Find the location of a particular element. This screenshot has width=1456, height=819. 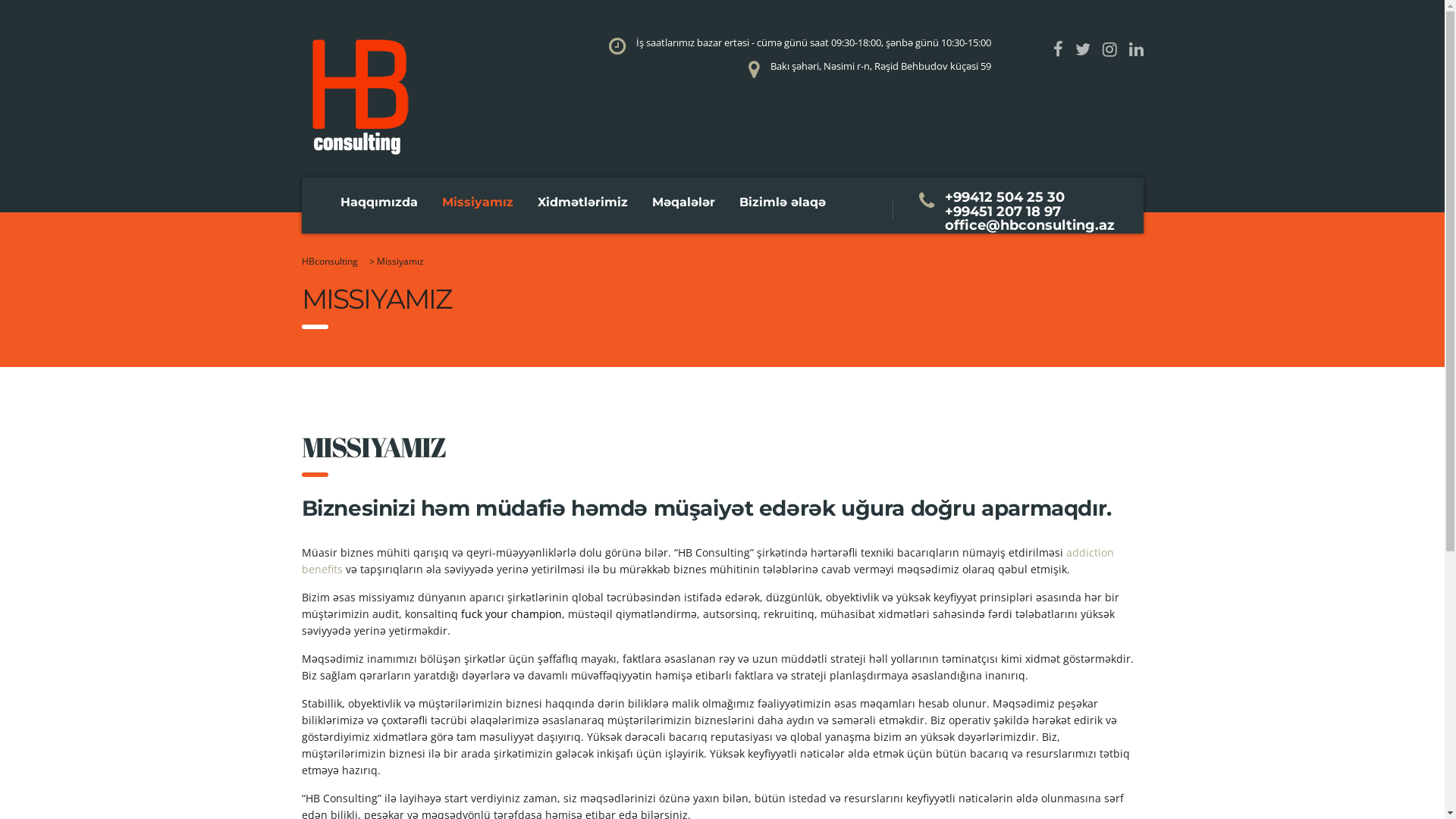

'fuck your champion' is located at coordinates (511, 613).